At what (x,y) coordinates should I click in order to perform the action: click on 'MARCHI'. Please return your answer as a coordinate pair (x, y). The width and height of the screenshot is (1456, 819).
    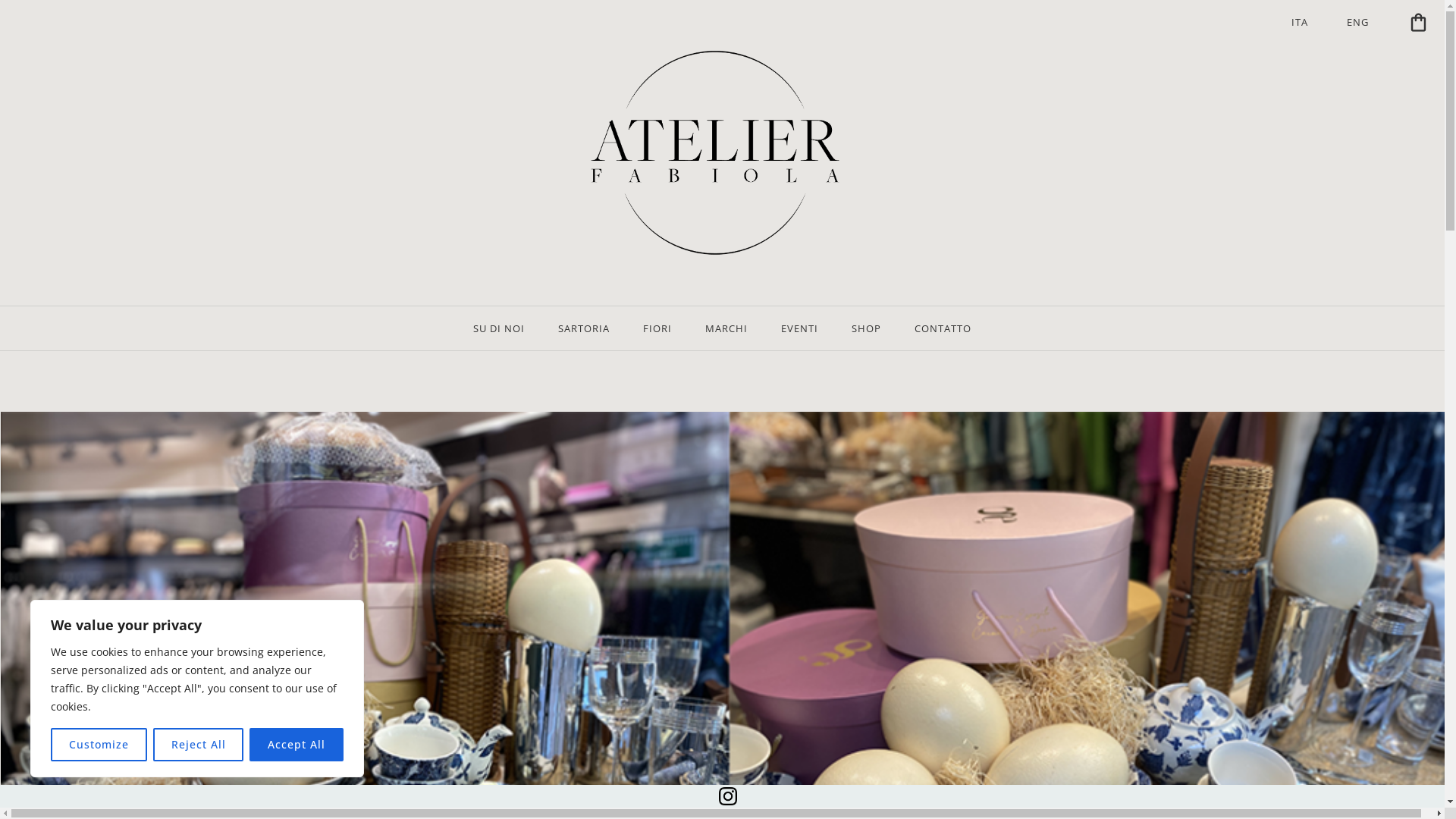
    Looking at the image, I should click on (726, 327).